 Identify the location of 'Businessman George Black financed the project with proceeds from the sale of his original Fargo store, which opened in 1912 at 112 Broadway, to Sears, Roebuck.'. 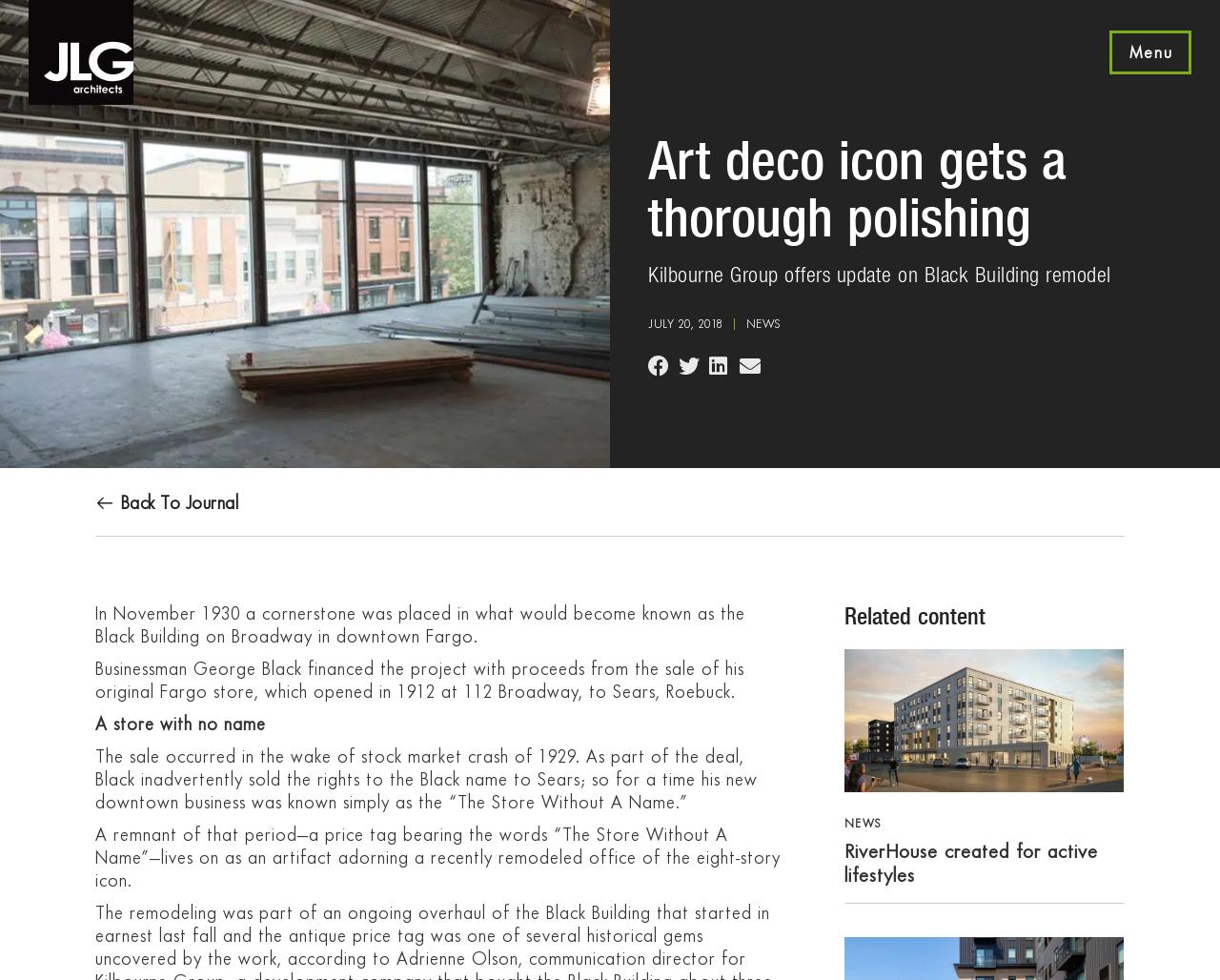
(418, 680).